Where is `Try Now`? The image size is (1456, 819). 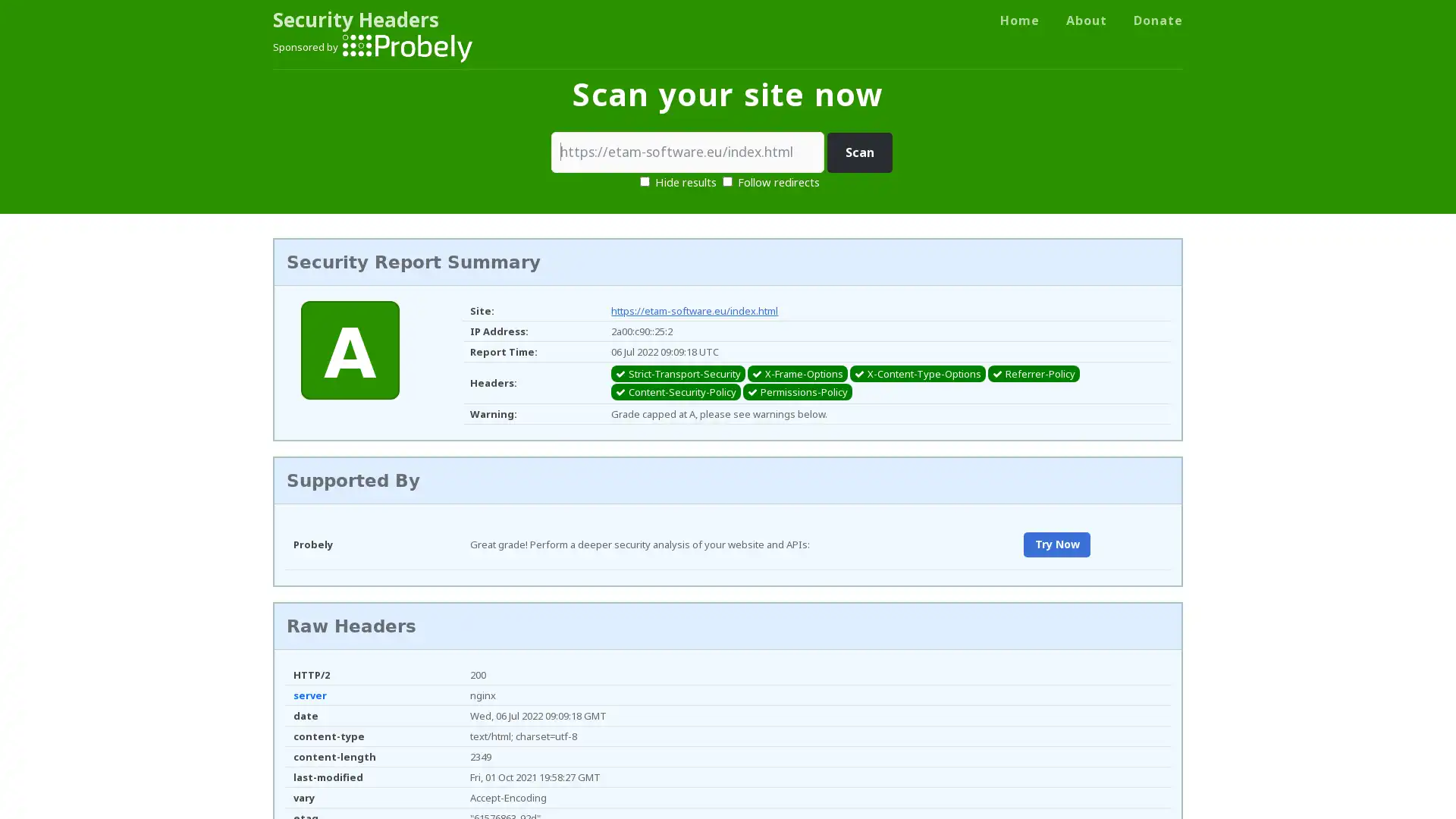
Try Now is located at coordinates (1056, 544).